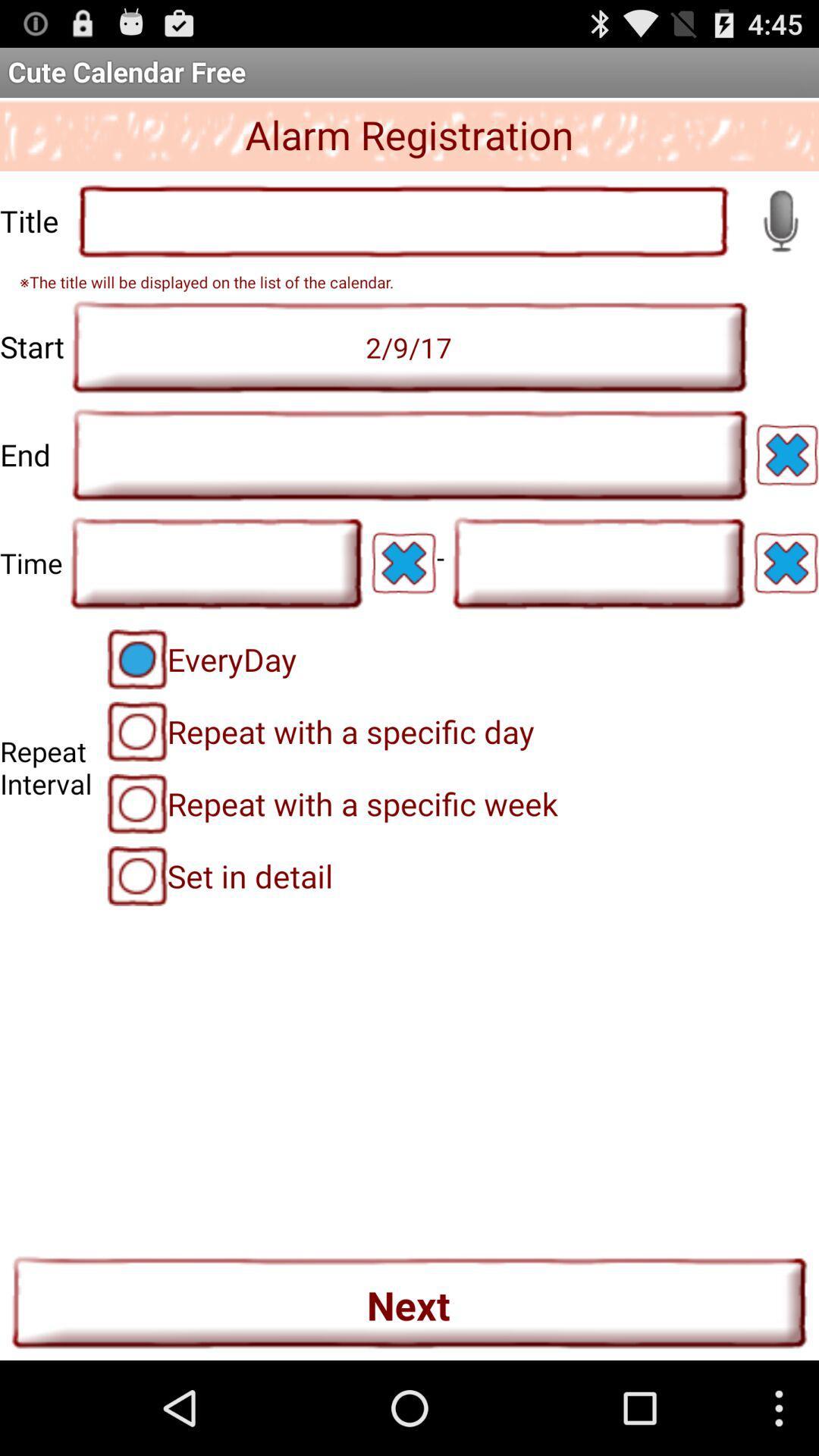 Image resolution: width=819 pixels, height=1456 pixels. Describe the element at coordinates (403, 220) in the screenshot. I see `alarm title` at that location.